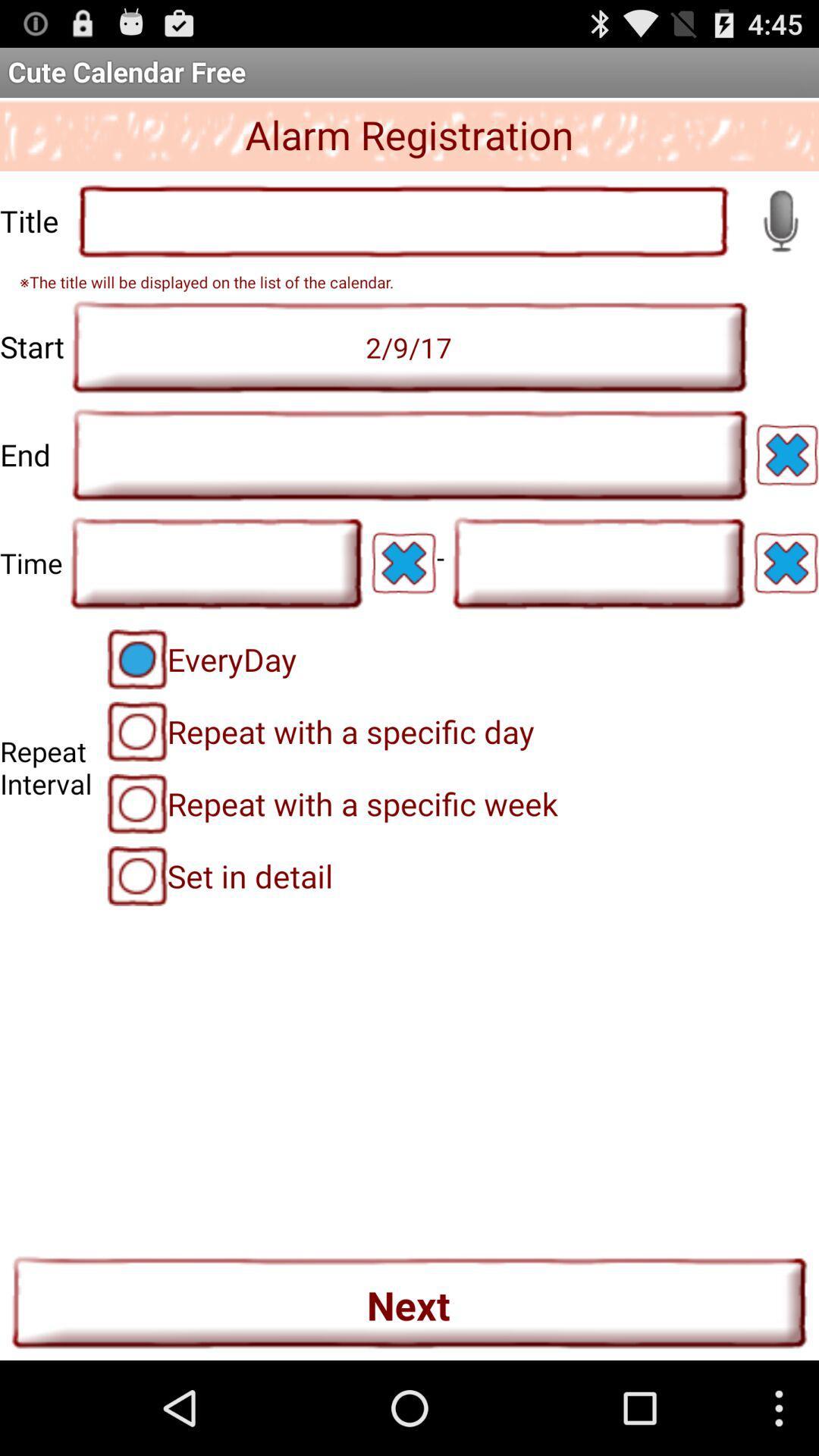 Image resolution: width=819 pixels, height=1456 pixels. Describe the element at coordinates (403, 220) in the screenshot. I see `alarm title` at that location.